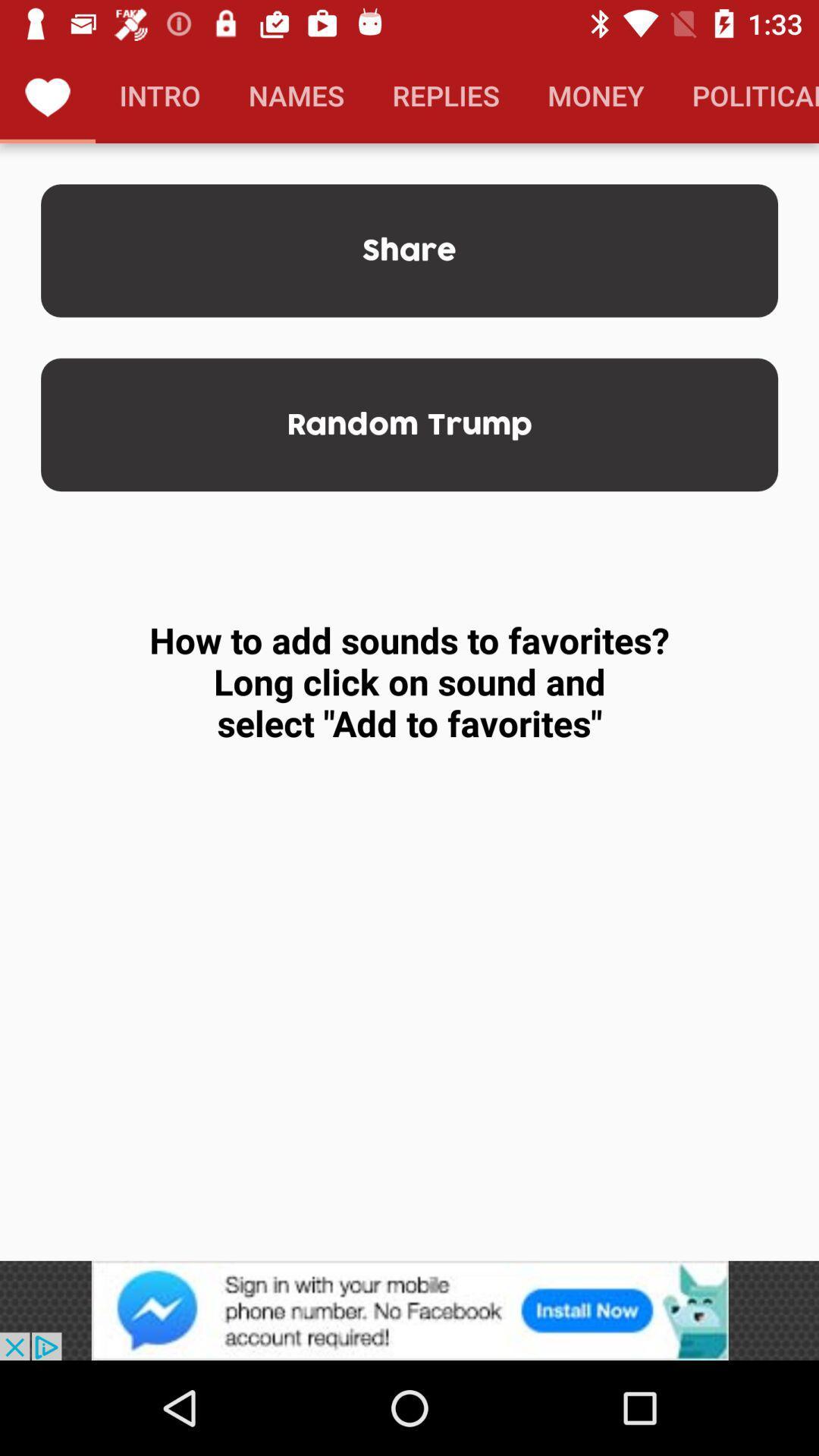 The height and width of the screenshot is (1456, 819). I want to click on open advertisement, so click(409, 1310).